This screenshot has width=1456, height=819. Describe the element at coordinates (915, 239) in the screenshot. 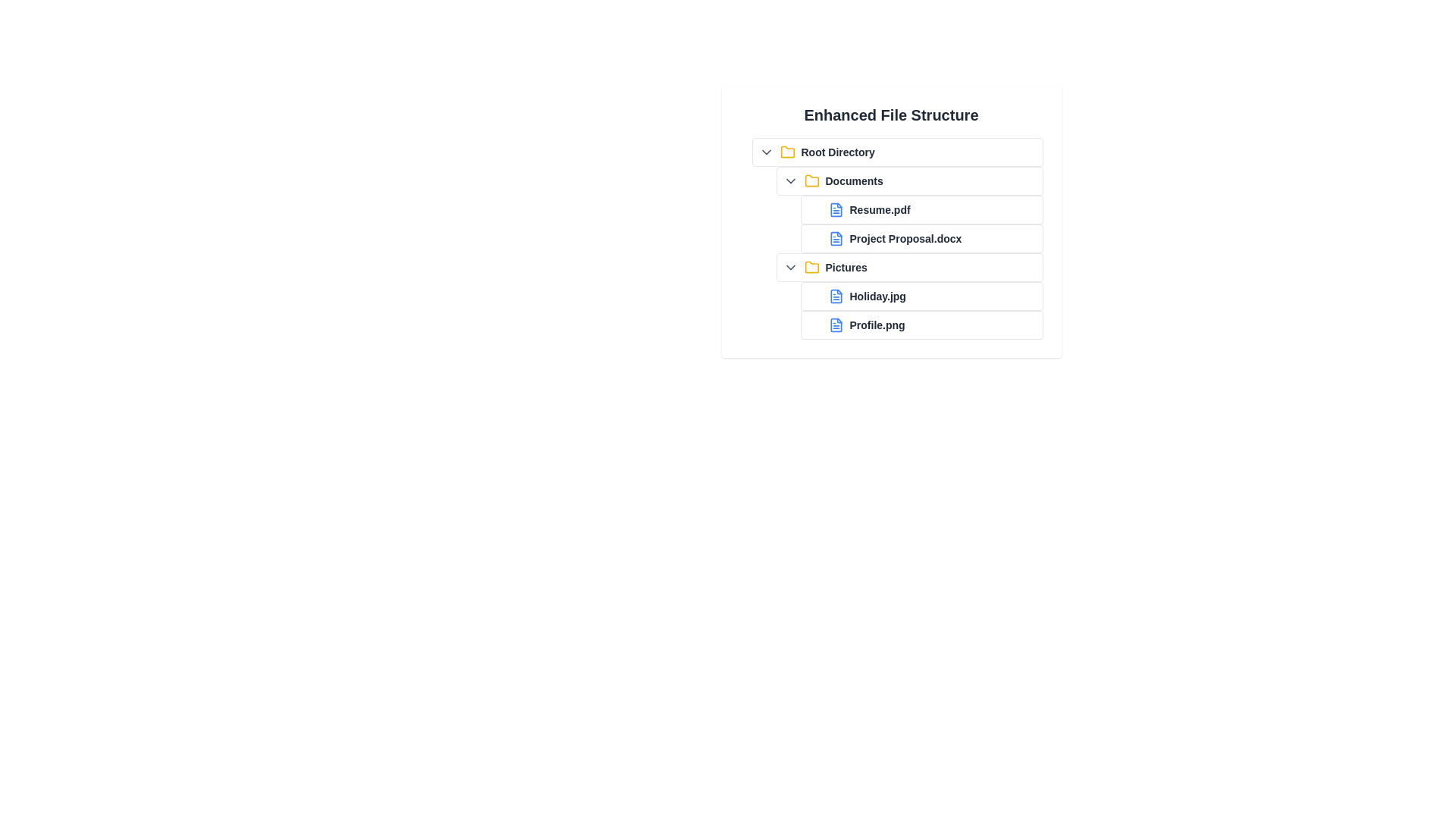

I see `to select the file entry named 'Project Proposal.docx' in the Documents folder, which is visually represented with a blue file icon and bold text, positioned below 'Resume.pdf'` at that location.